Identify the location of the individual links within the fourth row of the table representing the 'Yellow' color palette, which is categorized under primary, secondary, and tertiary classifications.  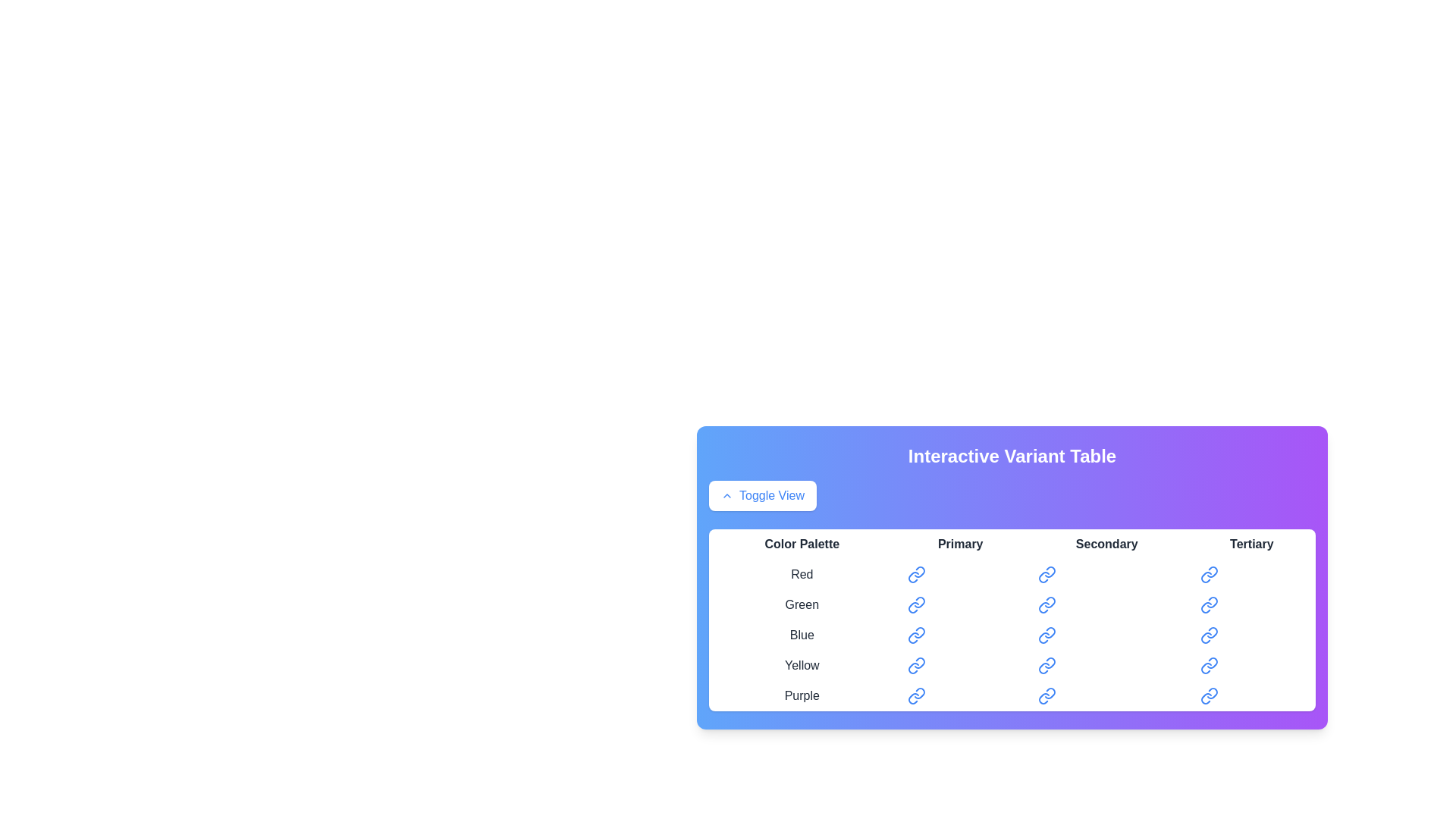
(1012, 665).